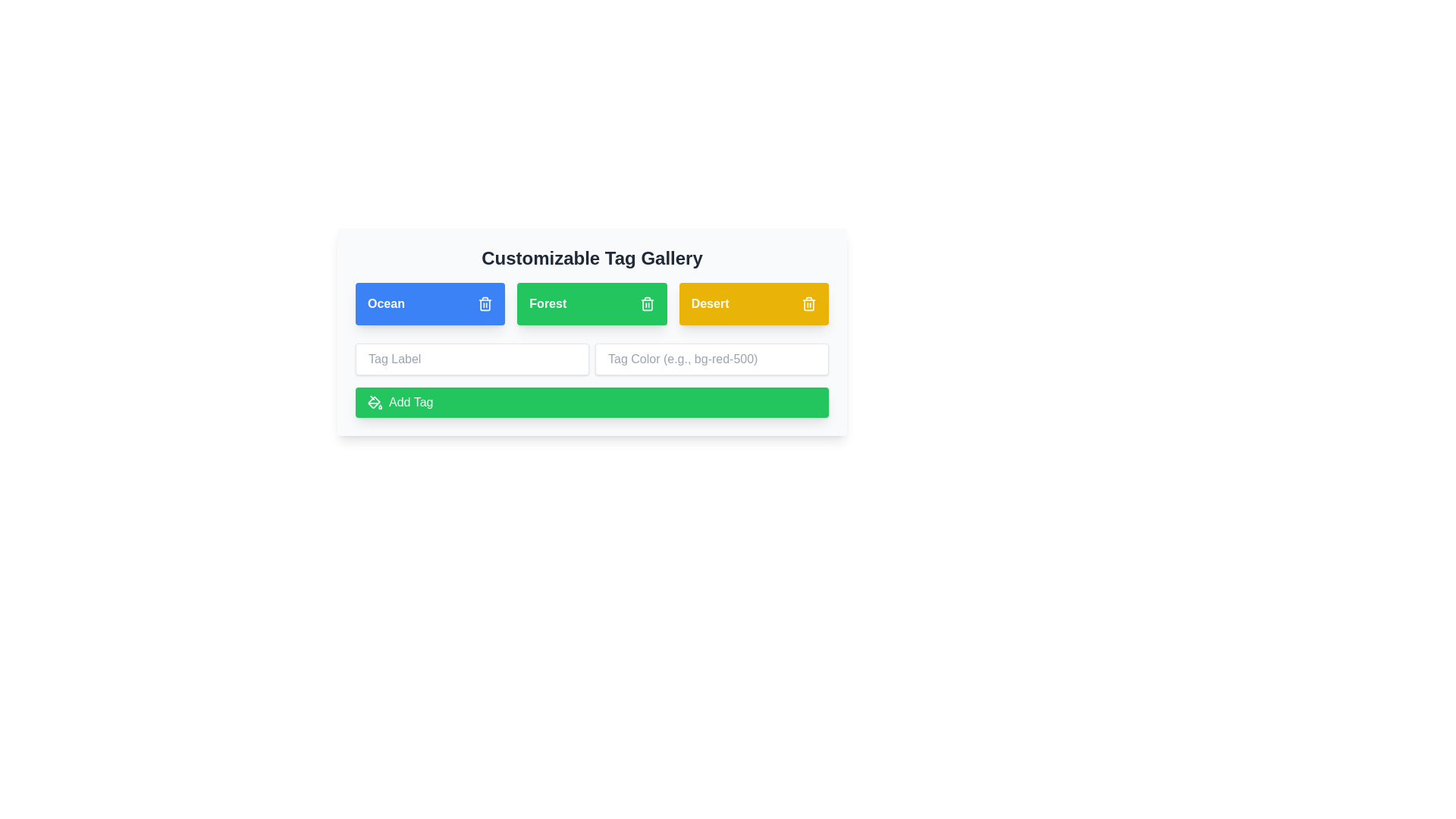  What do you see at coordinates (385, 304) in the screenshot?
I see `the text of the chip labeled Ocean` at bounding box center [385, 304].